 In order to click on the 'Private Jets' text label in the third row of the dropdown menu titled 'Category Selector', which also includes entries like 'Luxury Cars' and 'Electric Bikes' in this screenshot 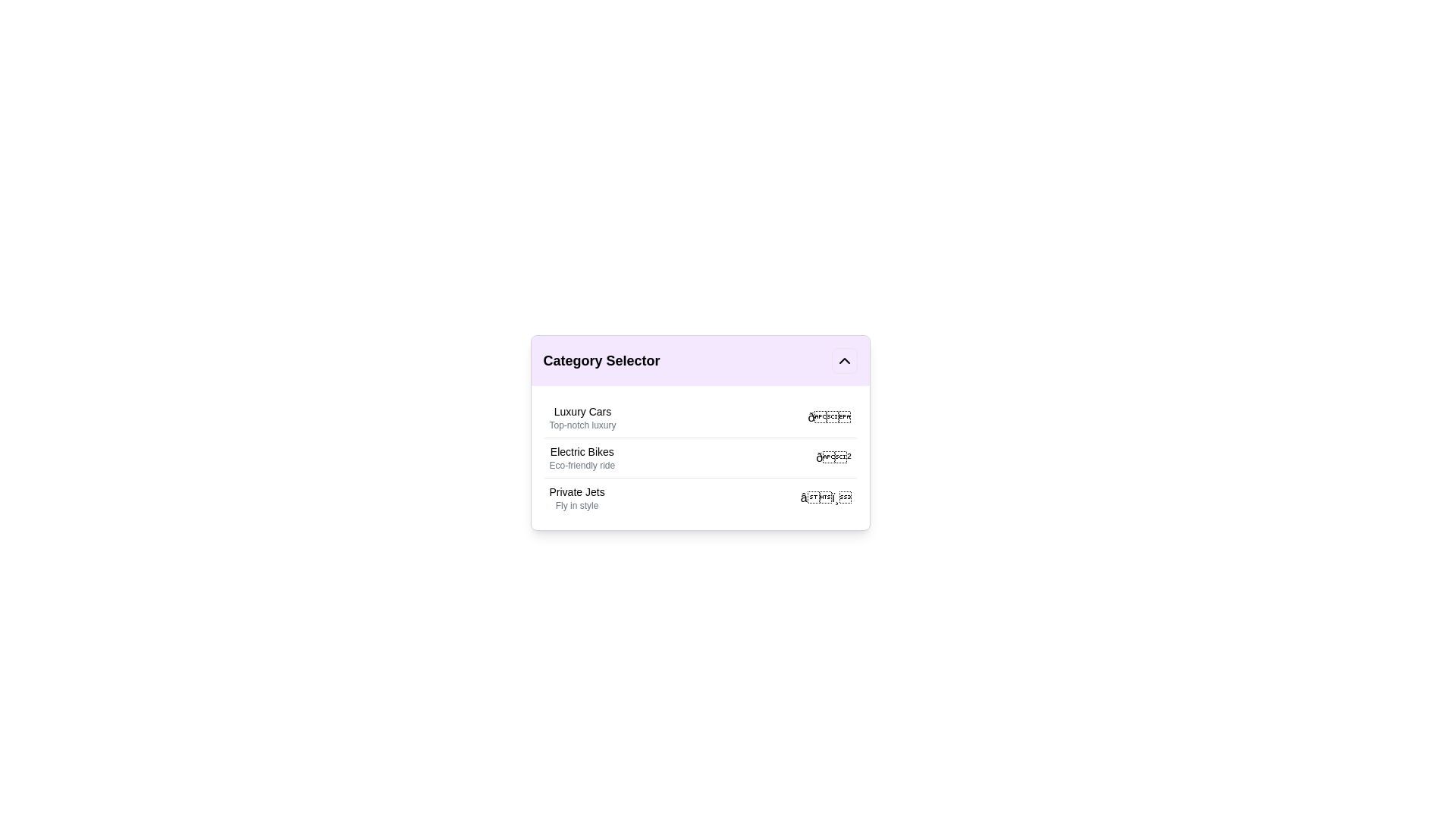, I will do `click(576, 491)`.